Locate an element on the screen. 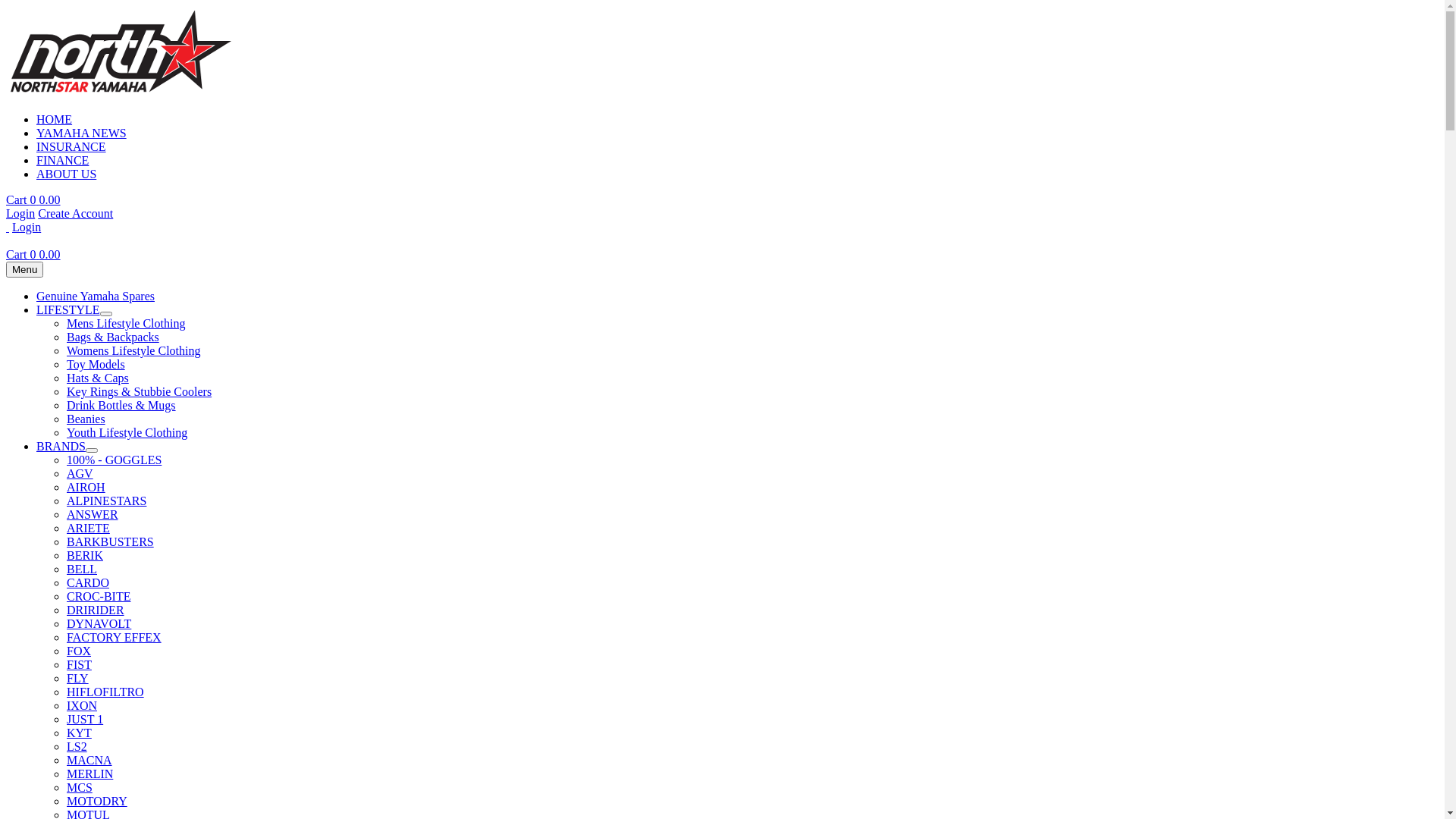 The height and width of the screenshot is (819, 1456). 'ABOUT US' is located at coordinates (65, 173).